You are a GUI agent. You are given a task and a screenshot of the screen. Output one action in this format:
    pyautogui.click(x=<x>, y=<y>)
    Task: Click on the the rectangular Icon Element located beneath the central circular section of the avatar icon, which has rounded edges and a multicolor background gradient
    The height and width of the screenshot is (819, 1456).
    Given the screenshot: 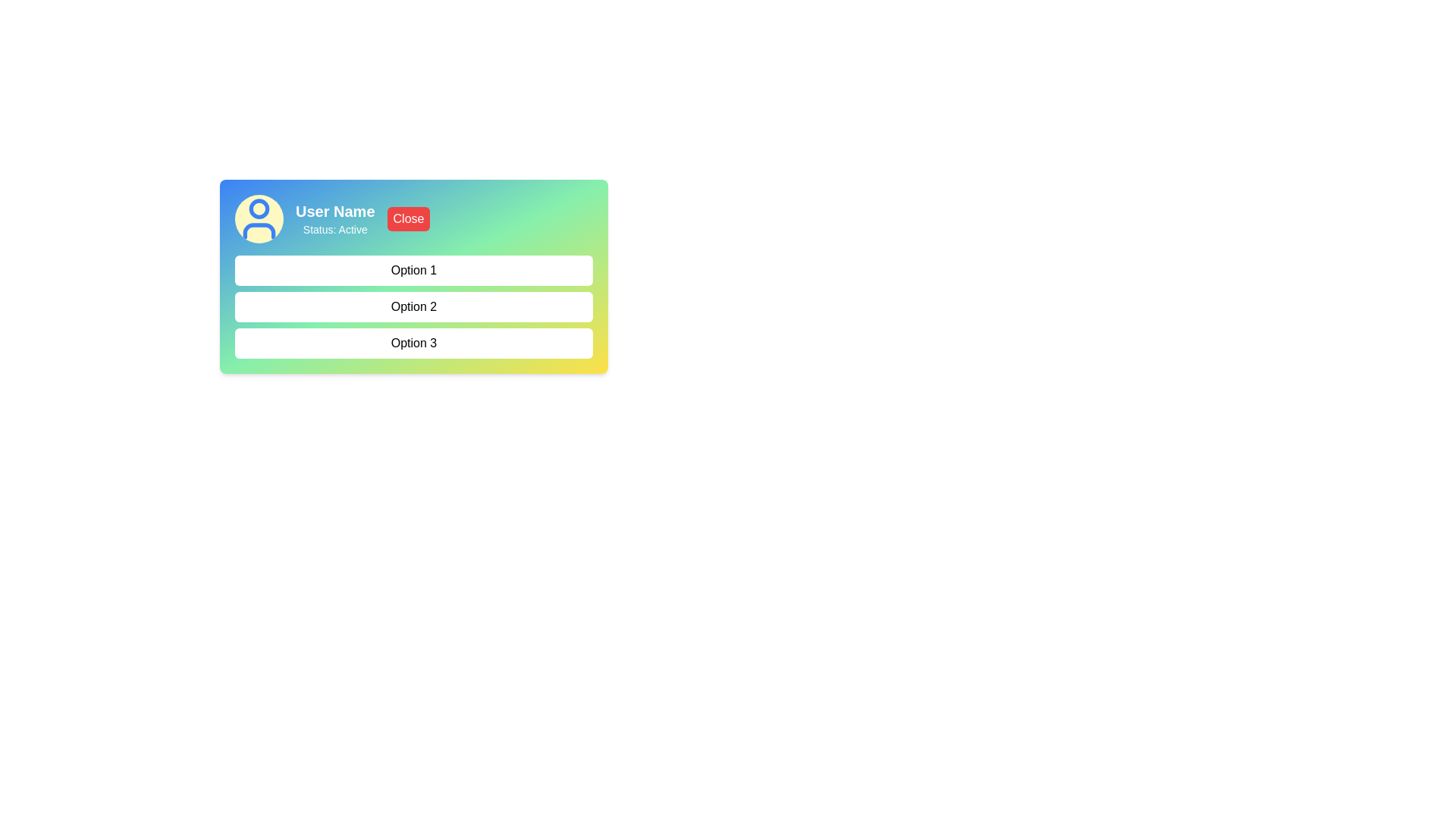 What is the action you would take?
    pyautogui.click(x=259, y=231)
    